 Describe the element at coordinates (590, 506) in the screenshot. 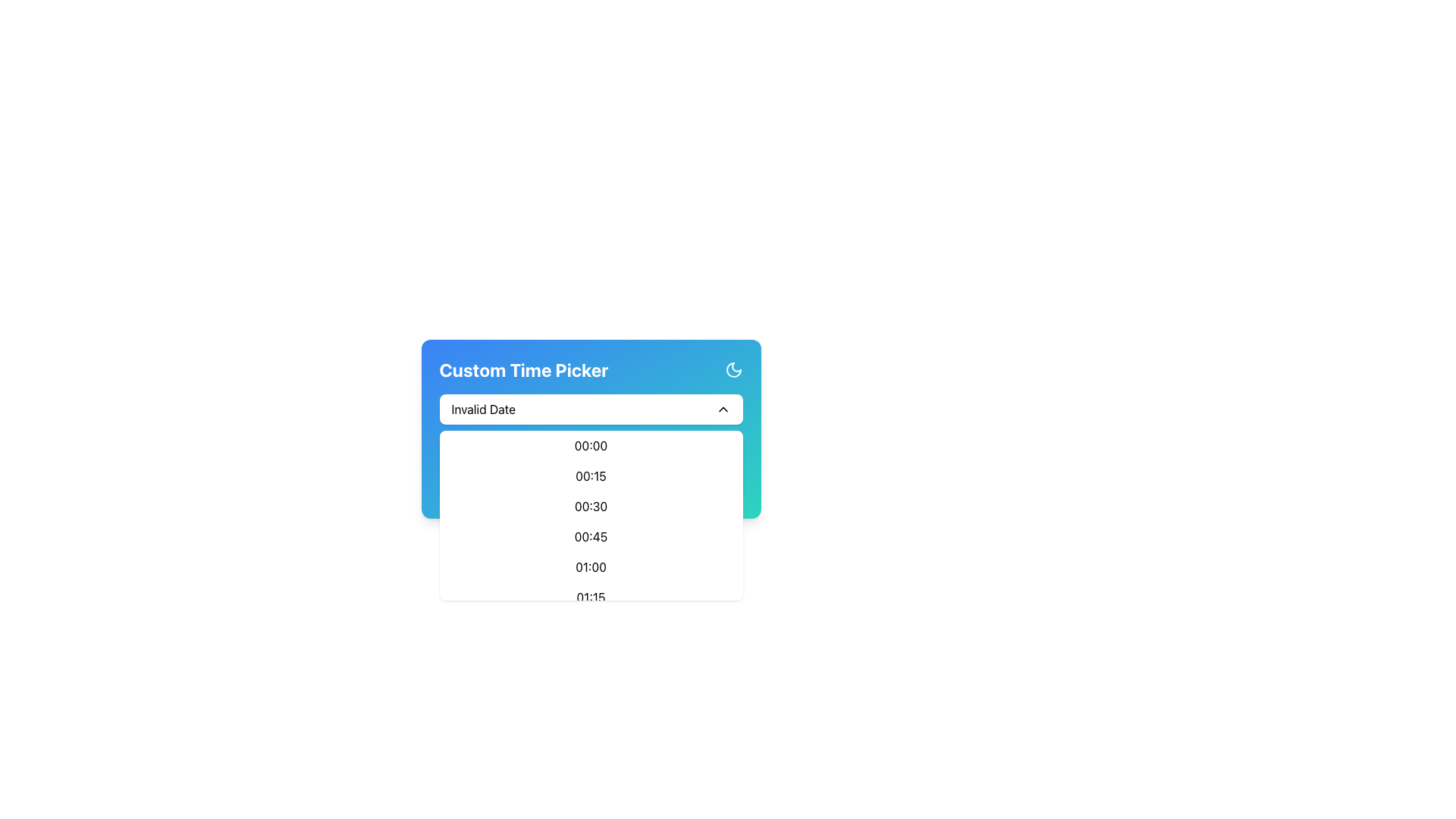

I see `the dropdown menu item displaying '00:30'` at that location.